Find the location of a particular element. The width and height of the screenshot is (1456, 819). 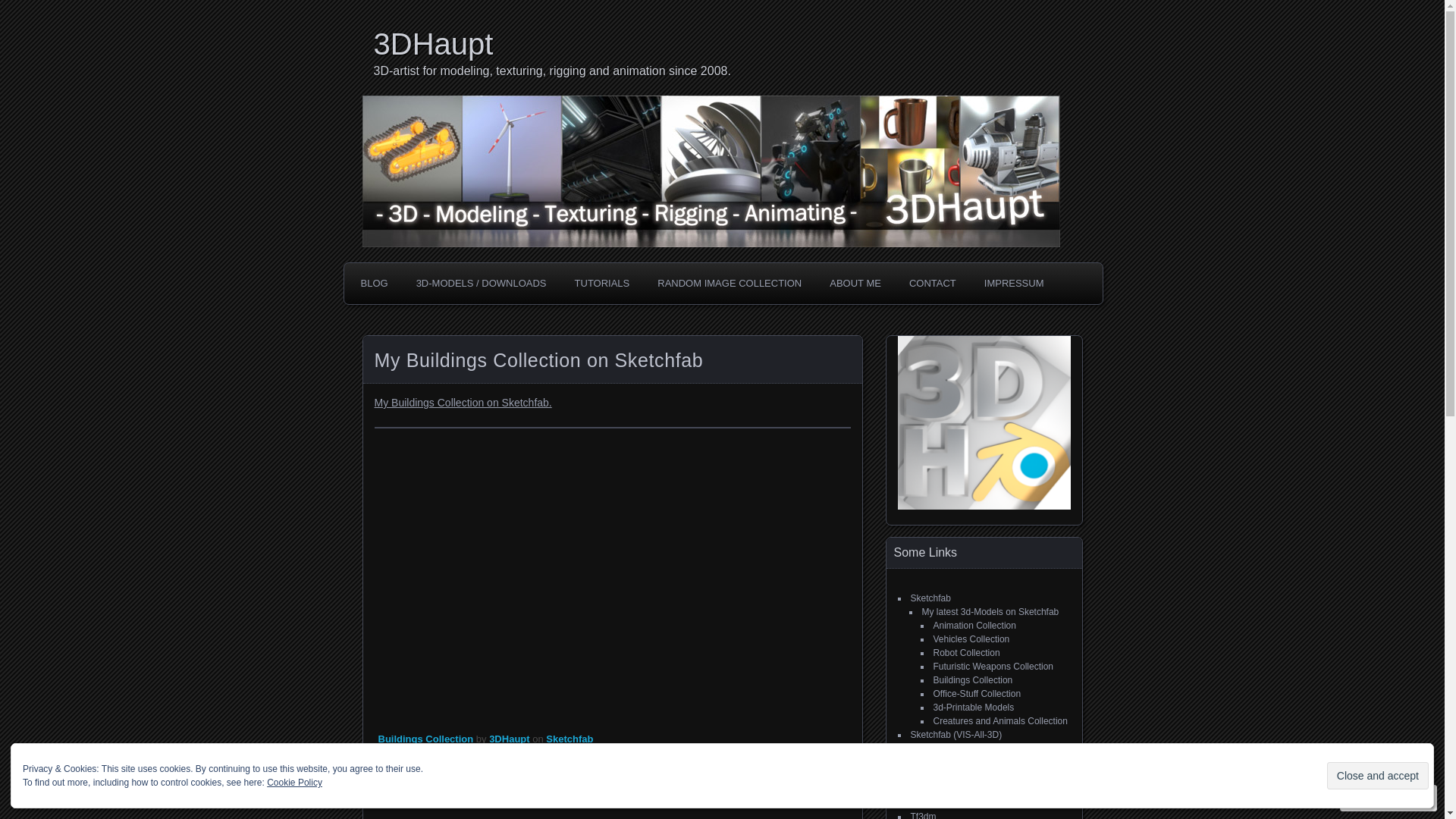

'3DHaupt' is located at coordinates (509, 738).